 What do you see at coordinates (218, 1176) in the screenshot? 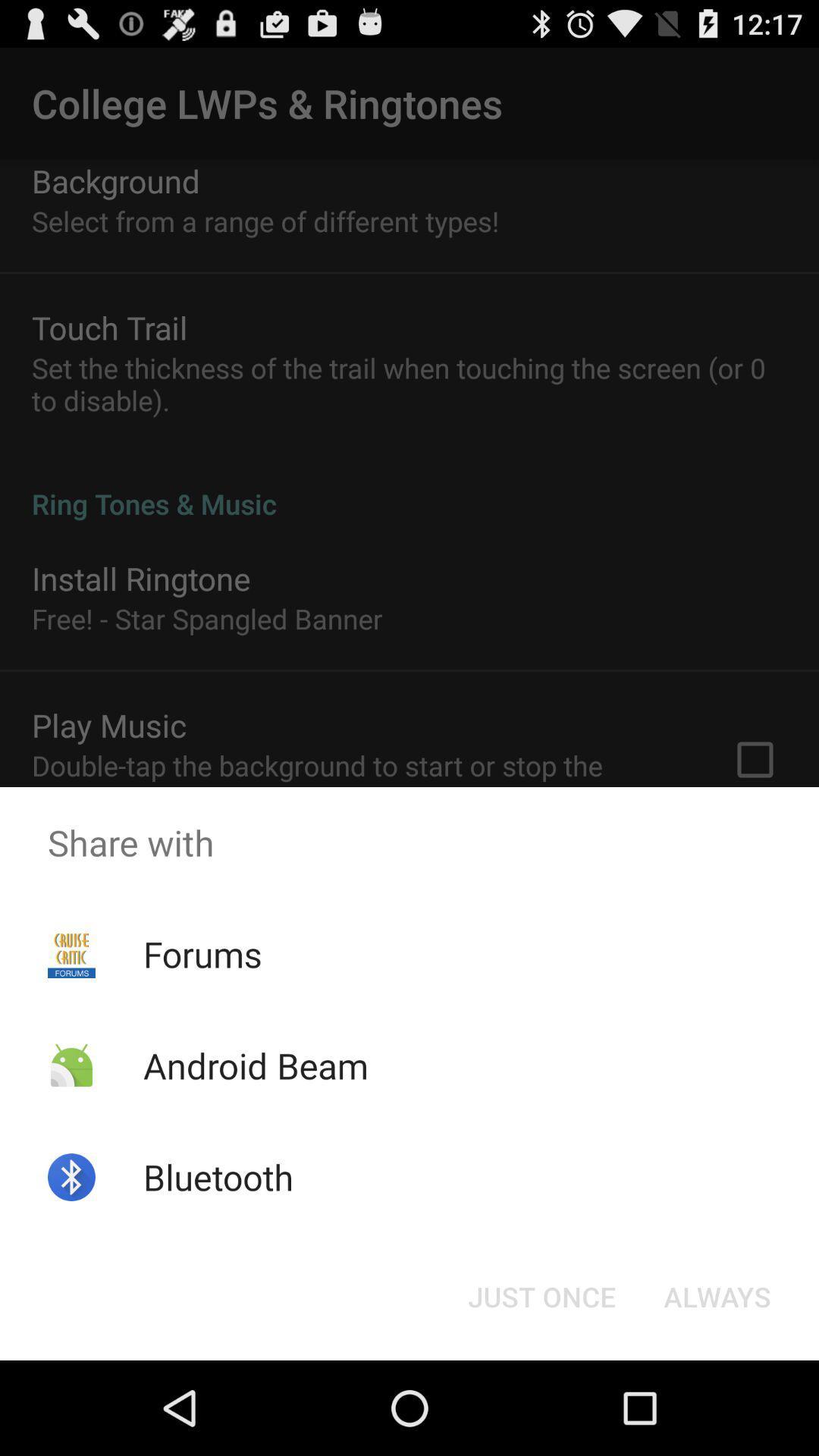
I see `item below android beam item` at bounding box center [218, 1176].